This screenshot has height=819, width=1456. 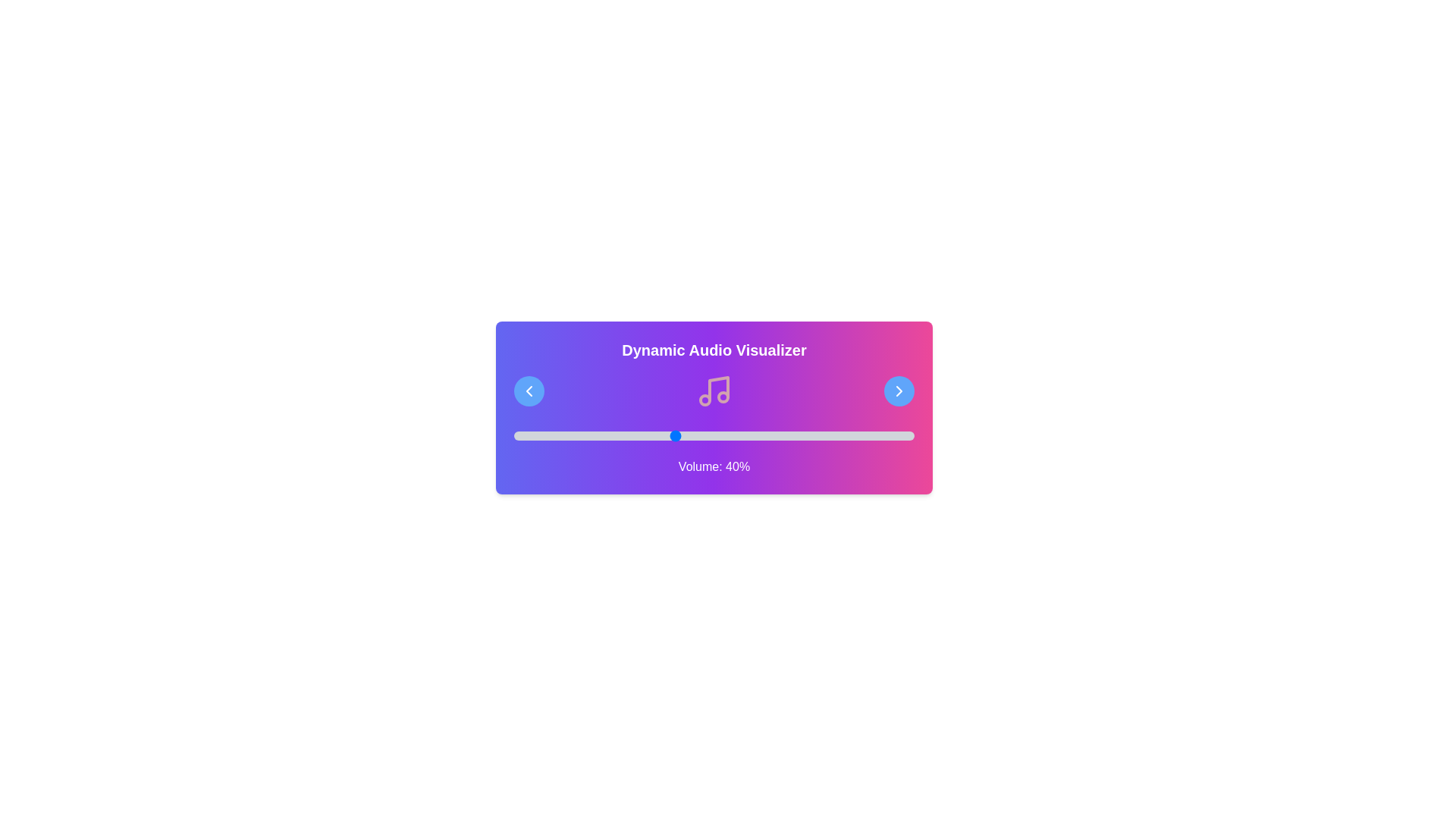 What do you see at coordinates (758, 435) in the screenshot?
I see `the volume slider to set the volume to 61%` at bounding box center [758, 435].